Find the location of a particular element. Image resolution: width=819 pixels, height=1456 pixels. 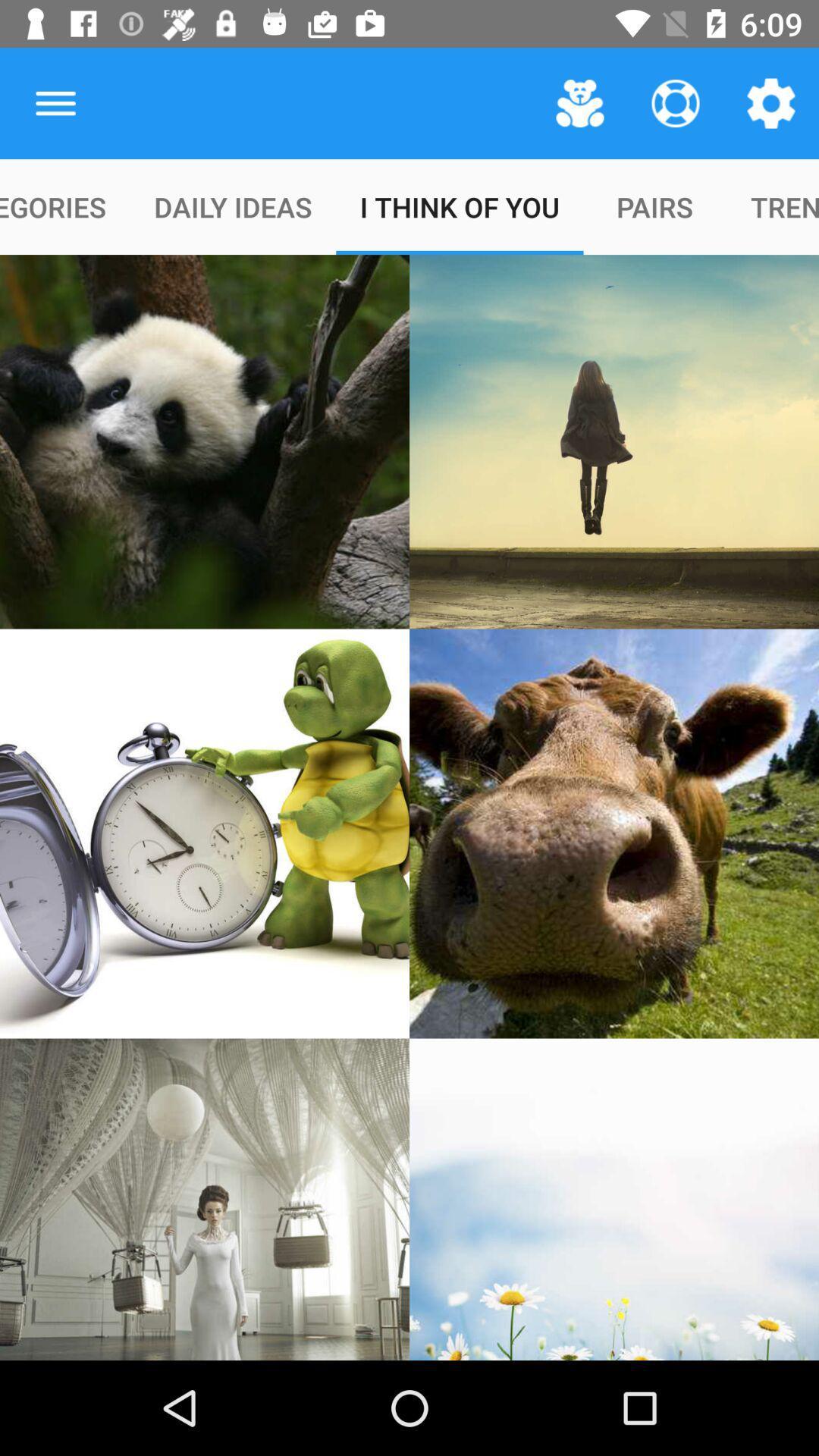

last image on right is located at coordinates (614, 1199).